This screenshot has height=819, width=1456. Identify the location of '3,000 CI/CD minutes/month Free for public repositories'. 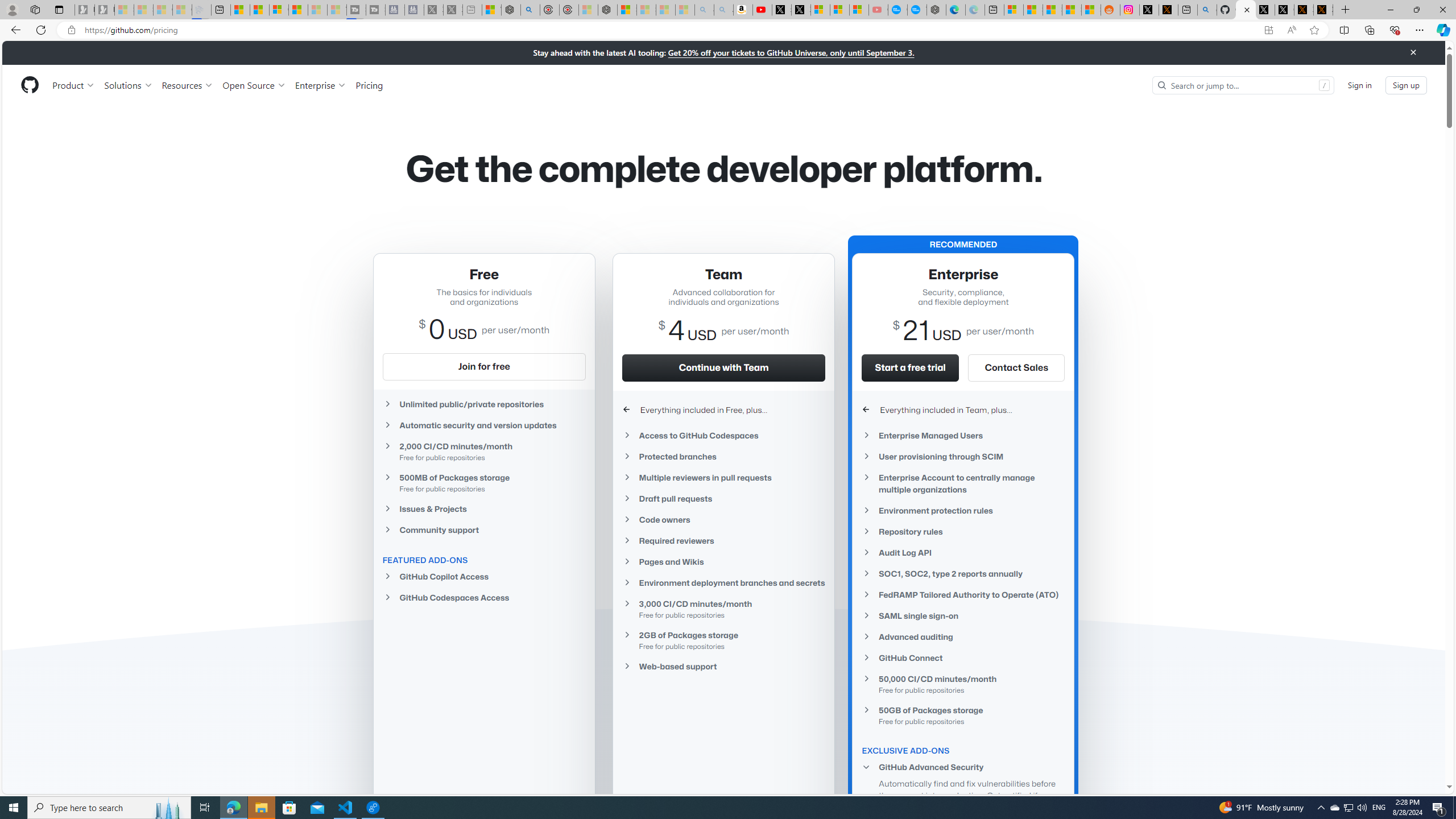
(723, 608).